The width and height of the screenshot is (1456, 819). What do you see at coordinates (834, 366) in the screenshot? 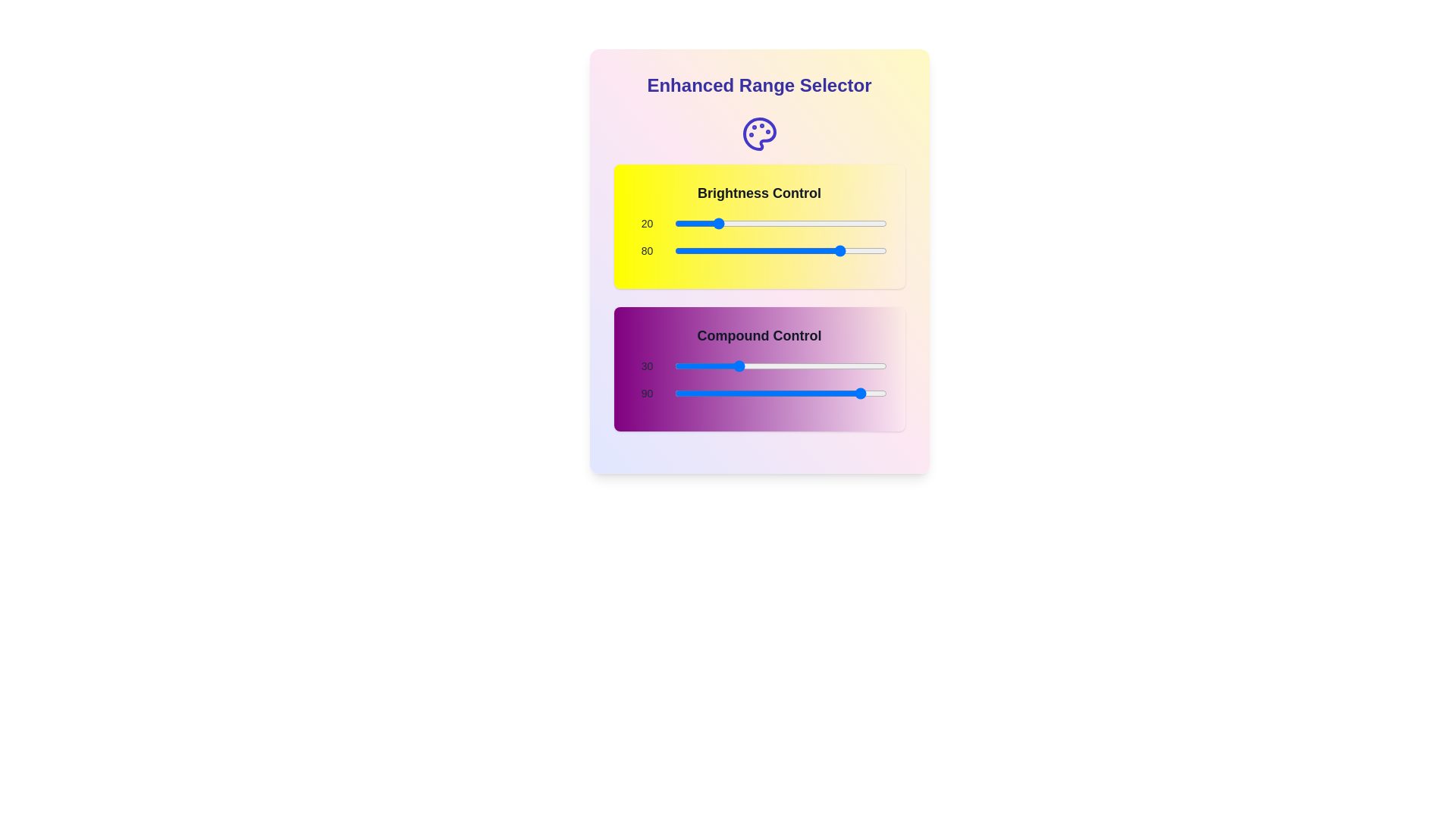
I see `the 'Compound Control' slider to 76 by dragging it to the corresponding position` at bounding box center [834, 366].